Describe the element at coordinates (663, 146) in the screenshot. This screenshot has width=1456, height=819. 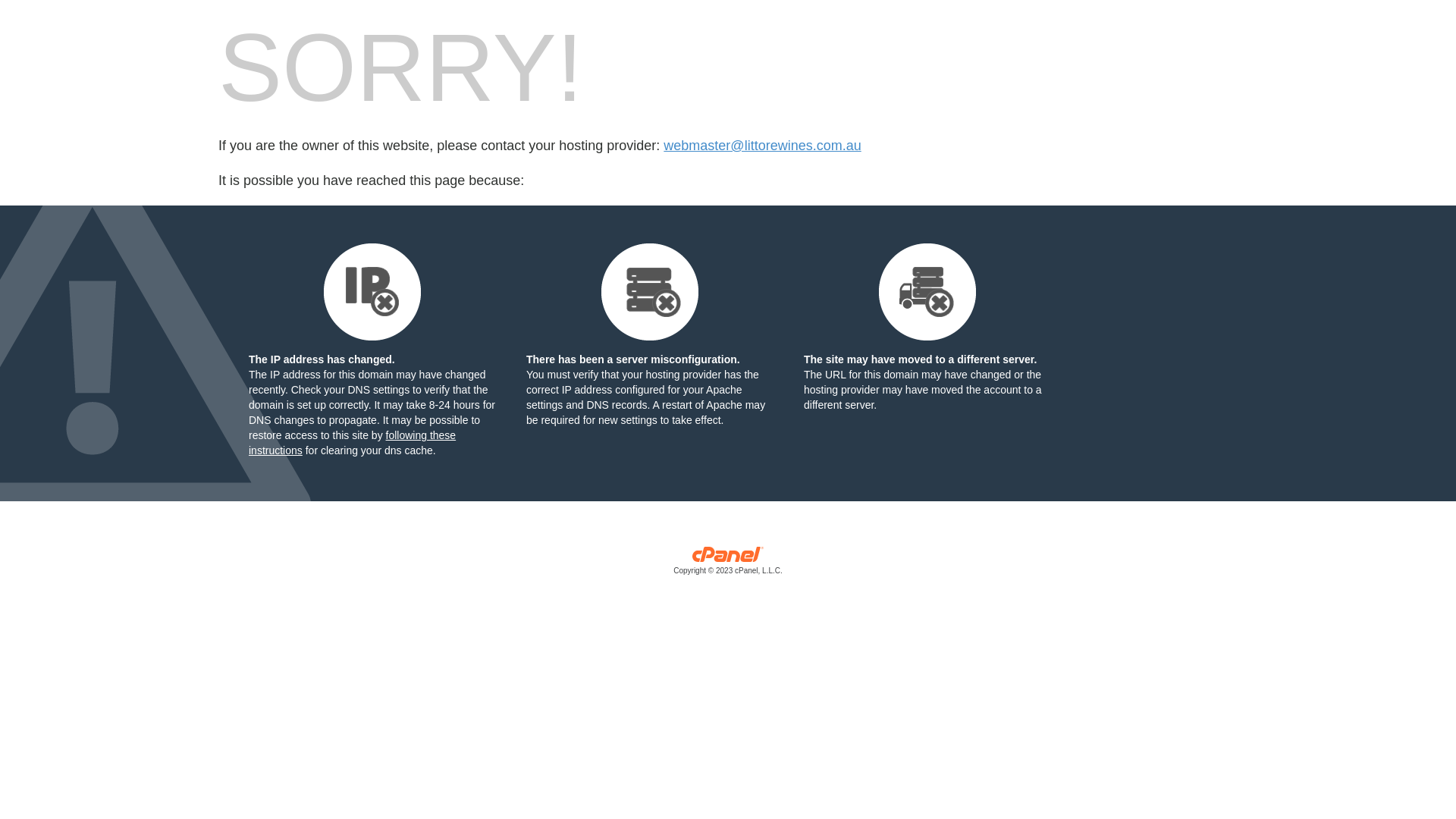
I see `'webmaster@littorewines.com.au'` at that location.